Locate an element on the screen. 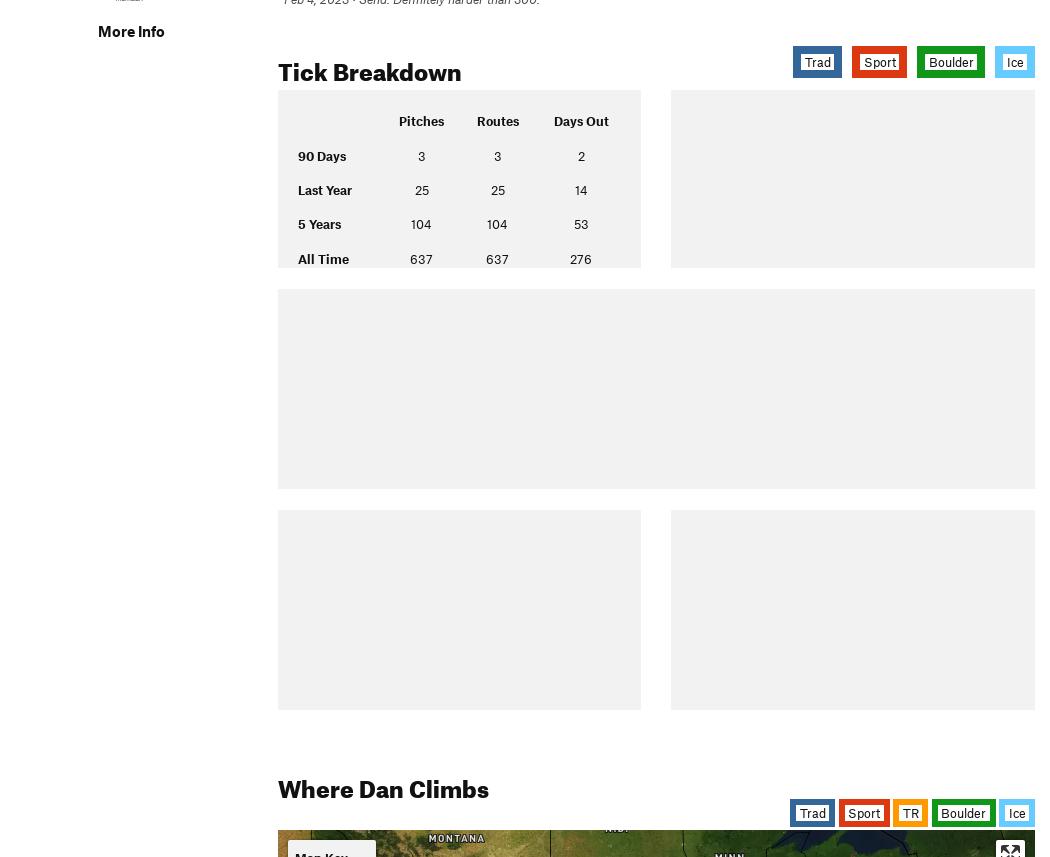 This screenshot has width=1050, height=857. 'More Info' is located at coordinates (97, 29).